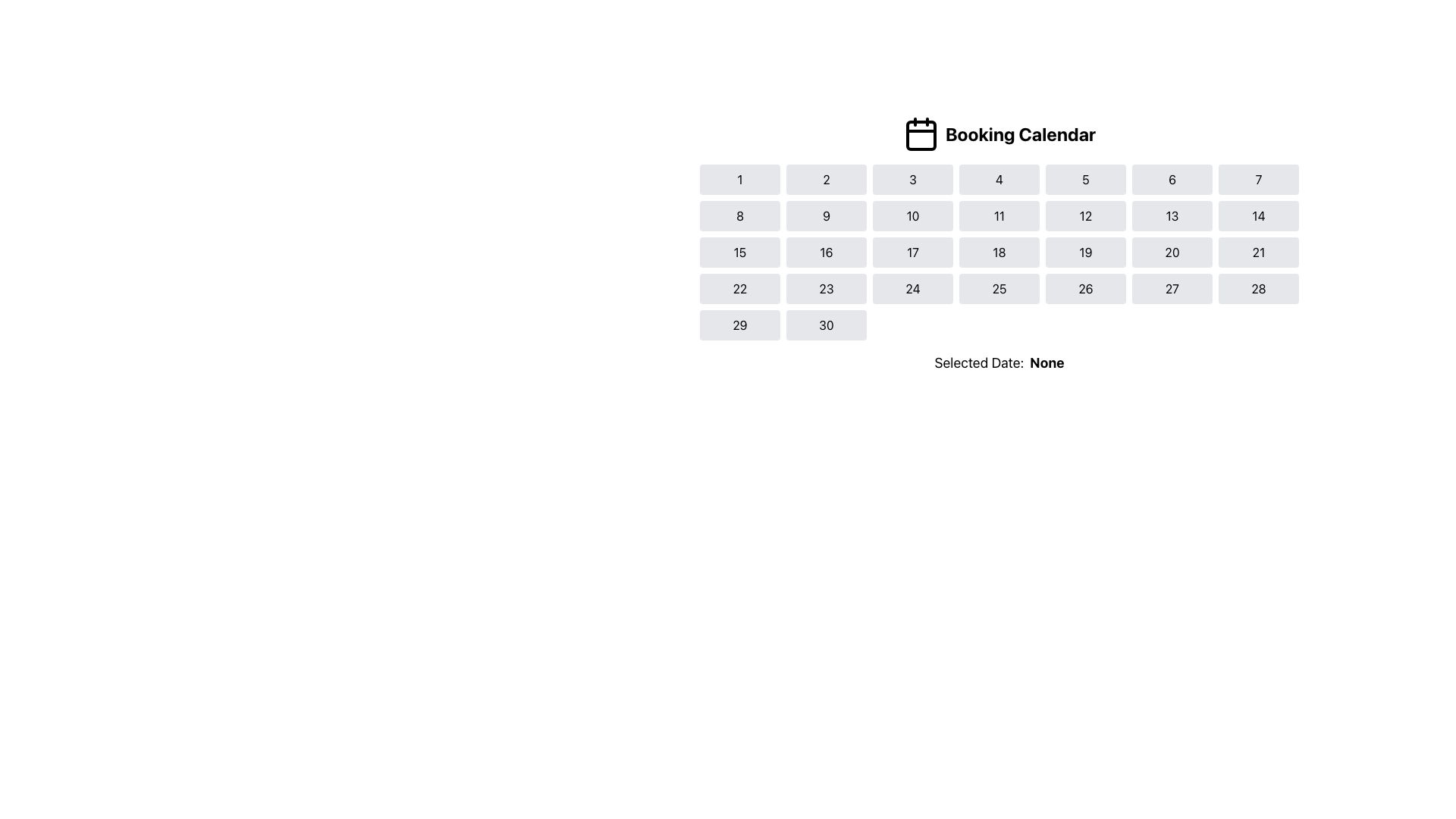  I want to click on the button labeled '9' with a gray background, so click(825, 216).